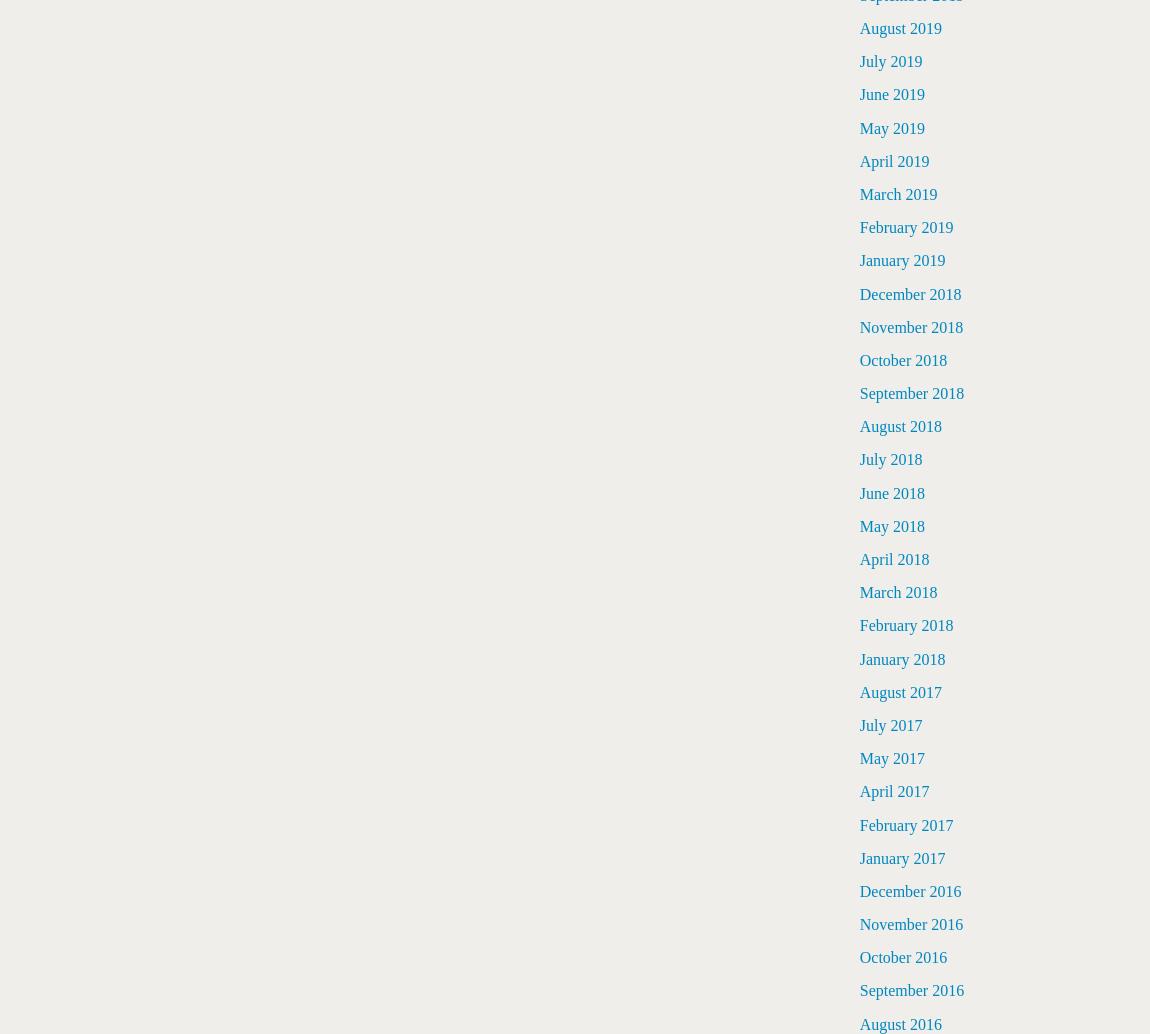 This screenshot has width=1150, height=1034. I want to click on 'April 2018', so click(894, 559).